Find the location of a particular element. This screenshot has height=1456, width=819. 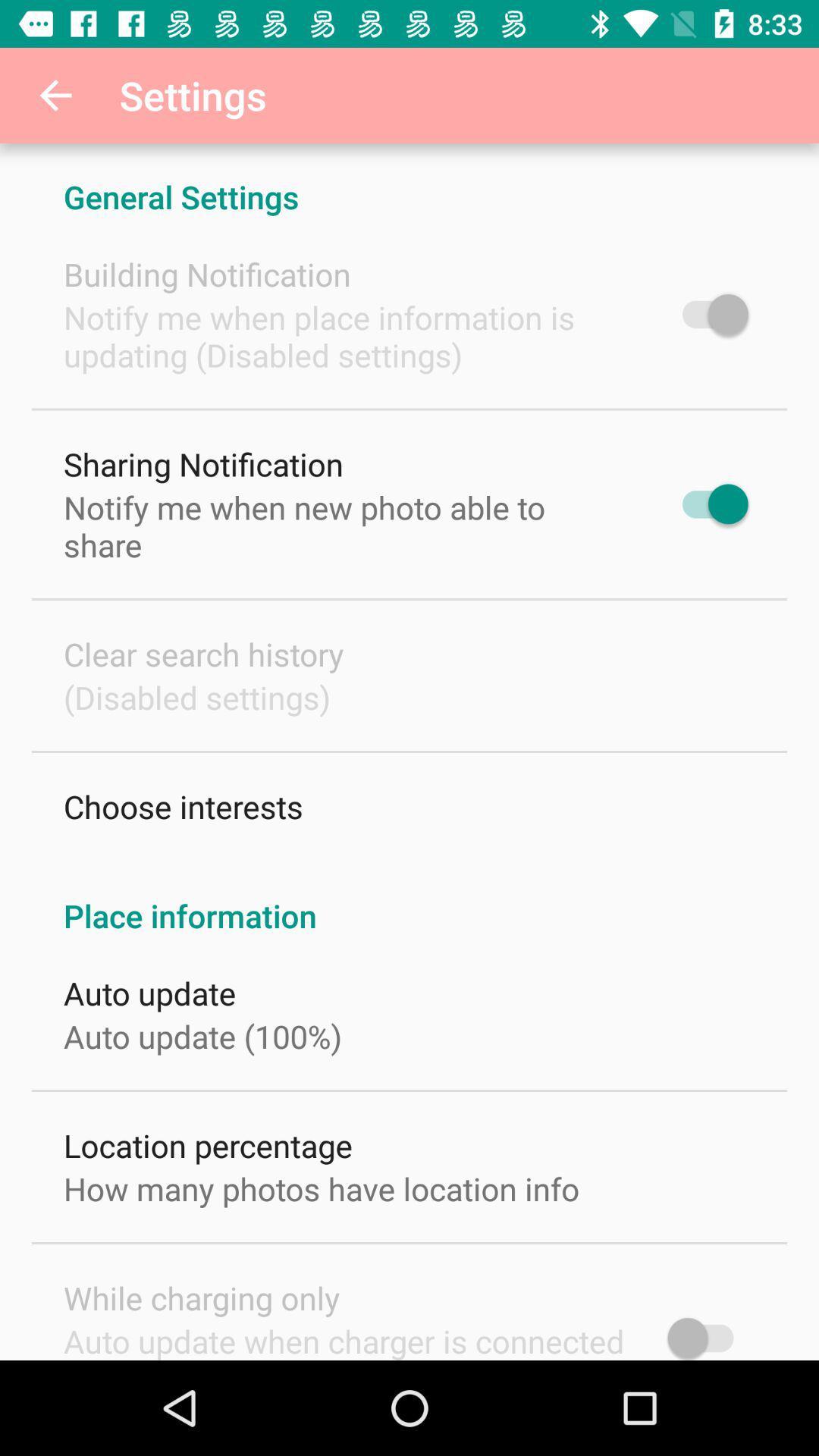

item above (disabled settings) icon is located at coordinates (202, 654).